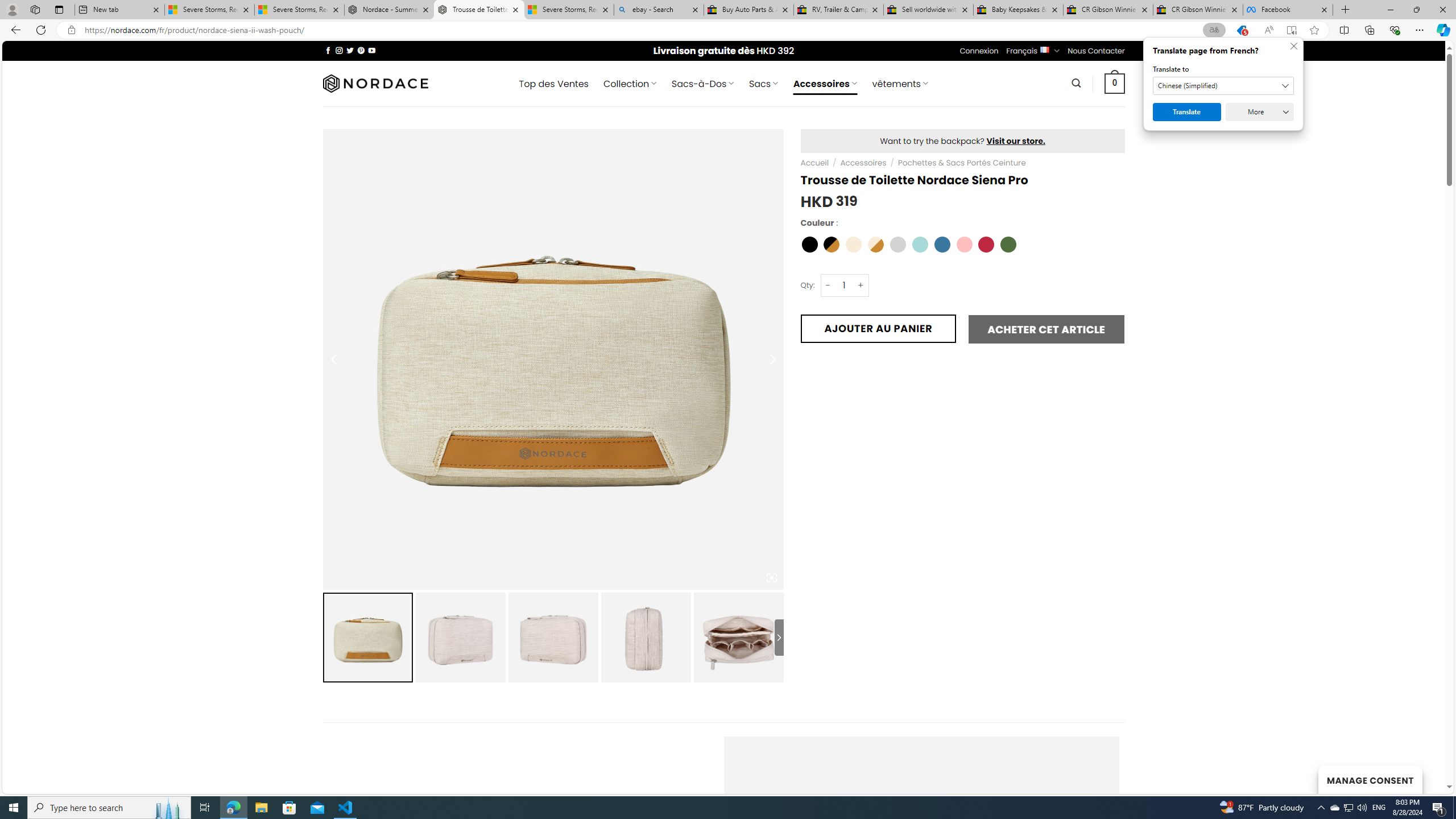 Image resolution: width=1456 pixels, height=819 pixels. What do you see at coordinates (928, 9) in the screenshot?
I see `'Sell worldwide with eBay'` at bounding box center [928, 9].